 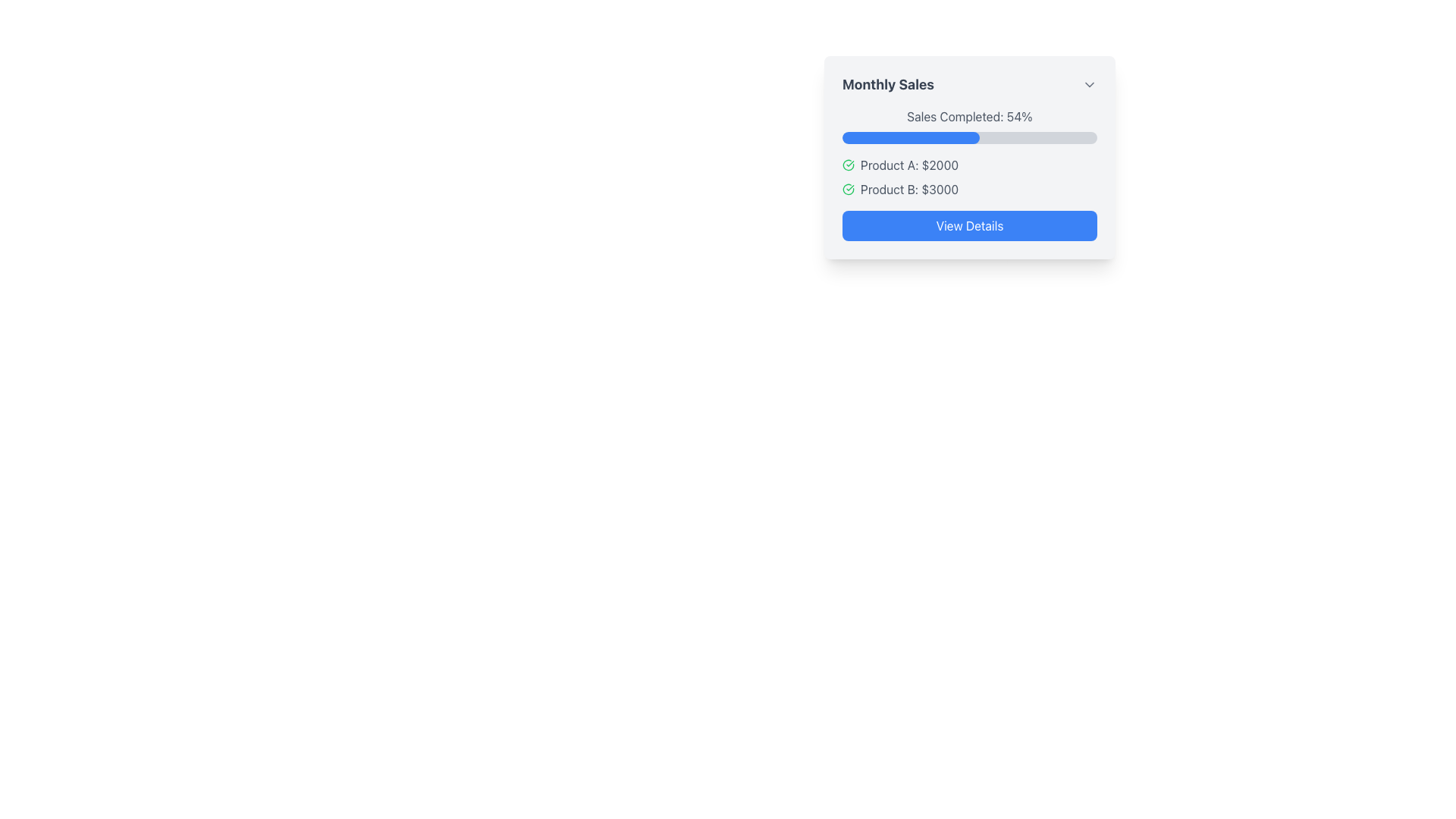 What do you see at coordinates (910, 137) in the screenshot?
I see `the blue progress bar segment indicating 54% completion, which is visually aligned with the text 'Sales Completed: 54%'` at bounding box center [910, 137].